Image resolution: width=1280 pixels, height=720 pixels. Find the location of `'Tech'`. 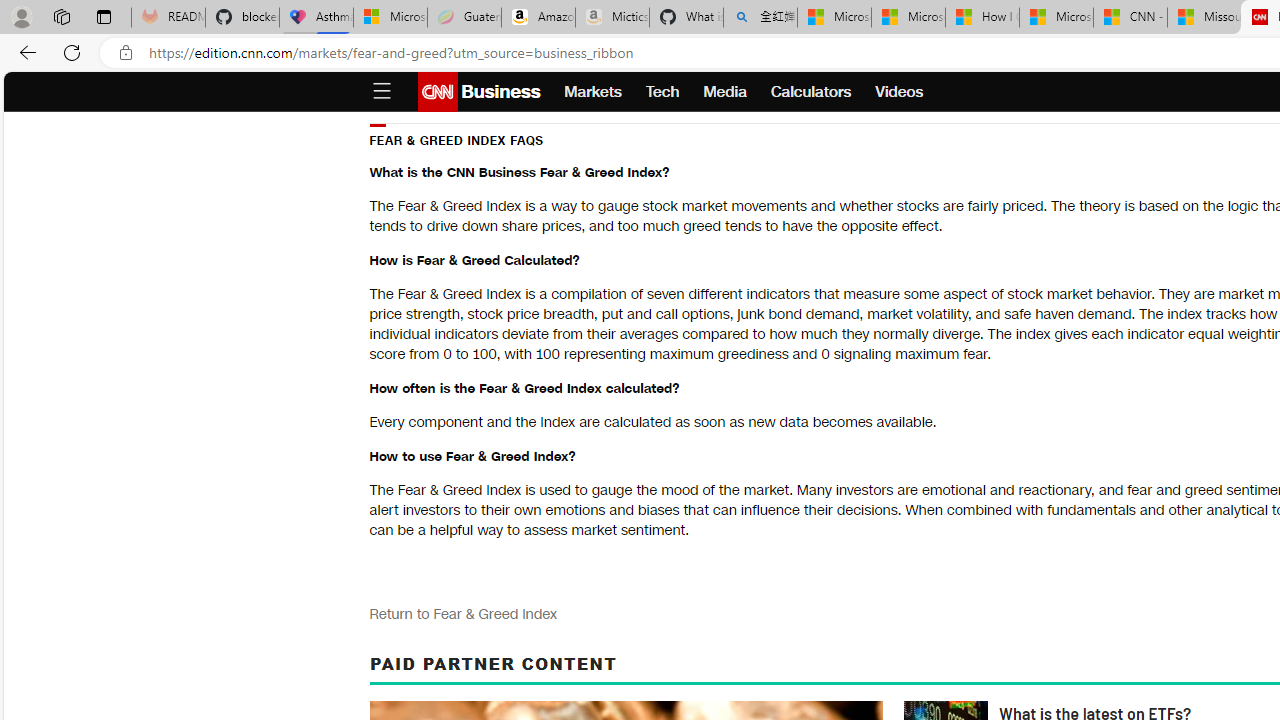

'Tech' is located at coordinates (662, 92).